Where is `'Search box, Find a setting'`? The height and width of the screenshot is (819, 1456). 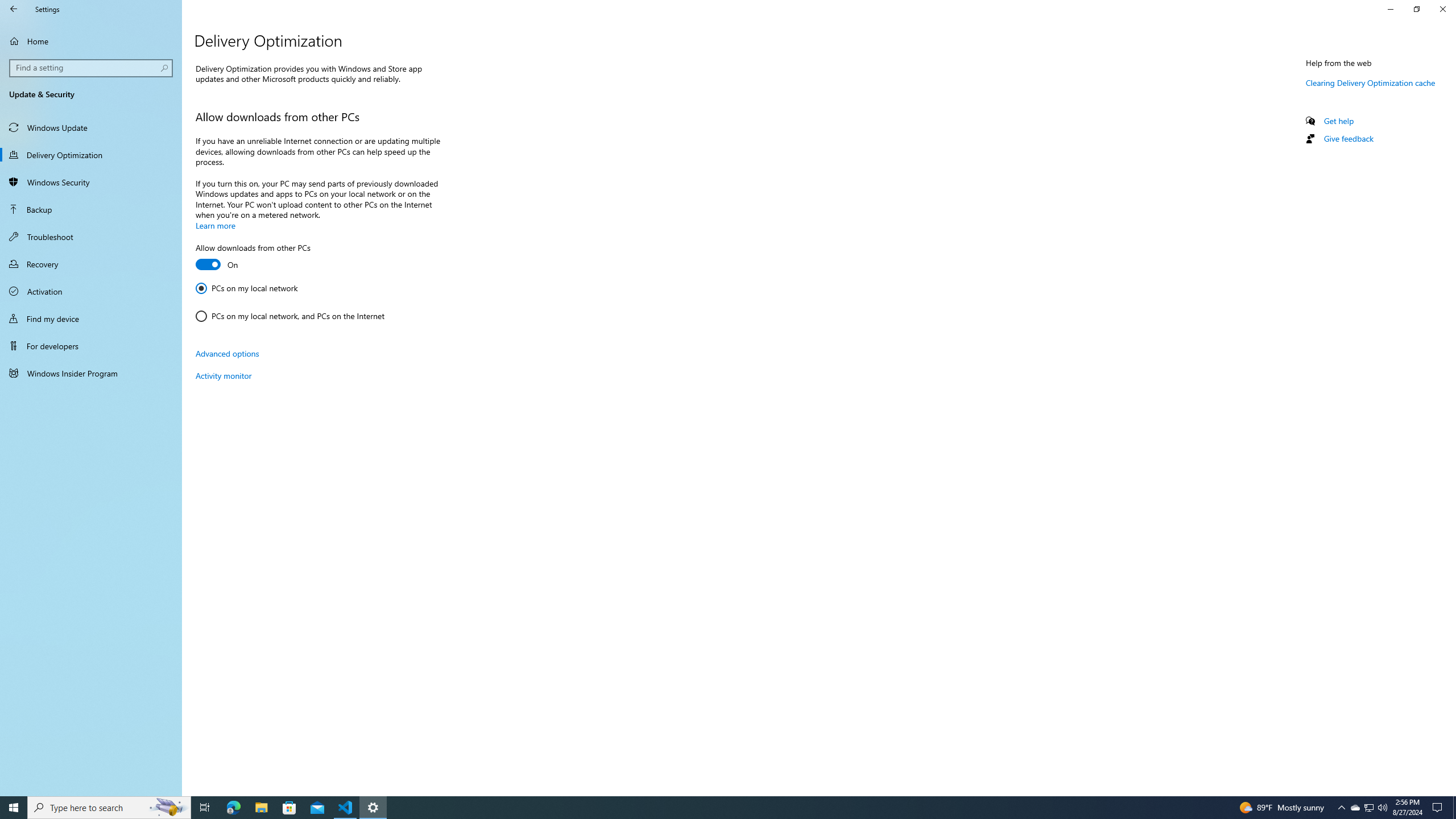 'Search box, Find a setting' is located at coordinates (91, 67).